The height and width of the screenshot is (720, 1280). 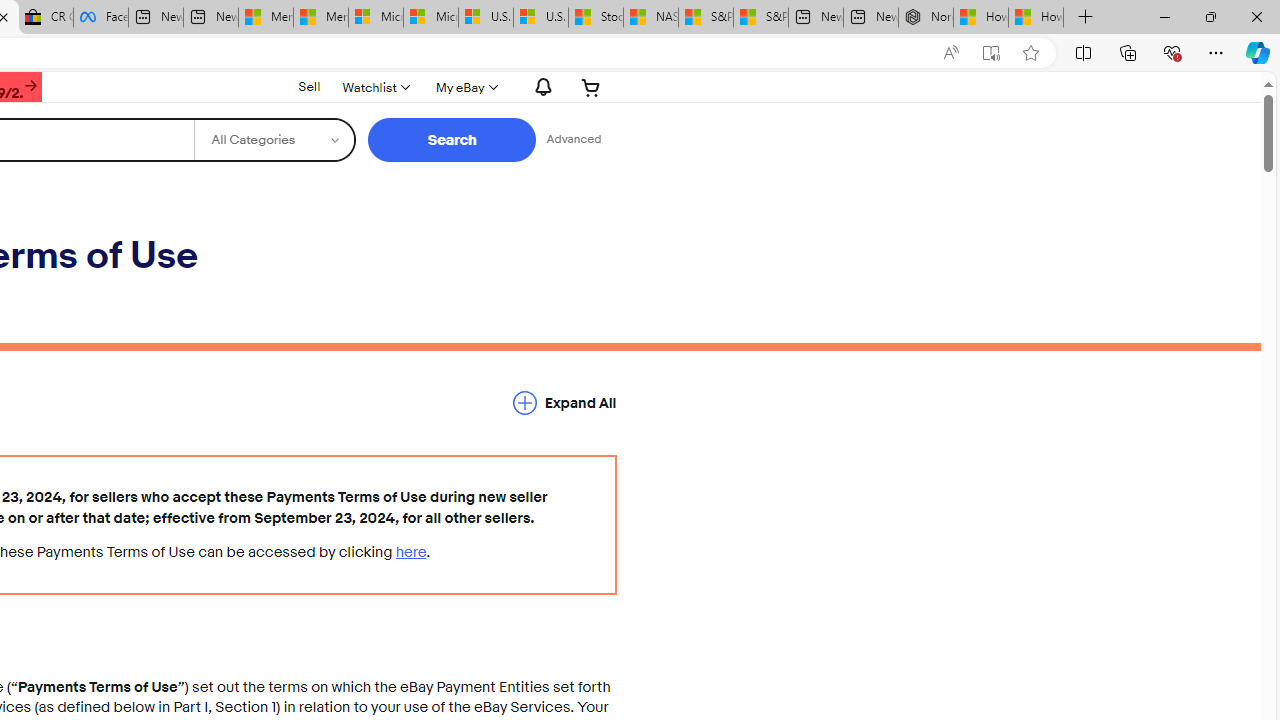 What do you see at coordinates (573, 139) in the screenshot?
I see `'Advanced Search'` at bounding box center [573, 139].